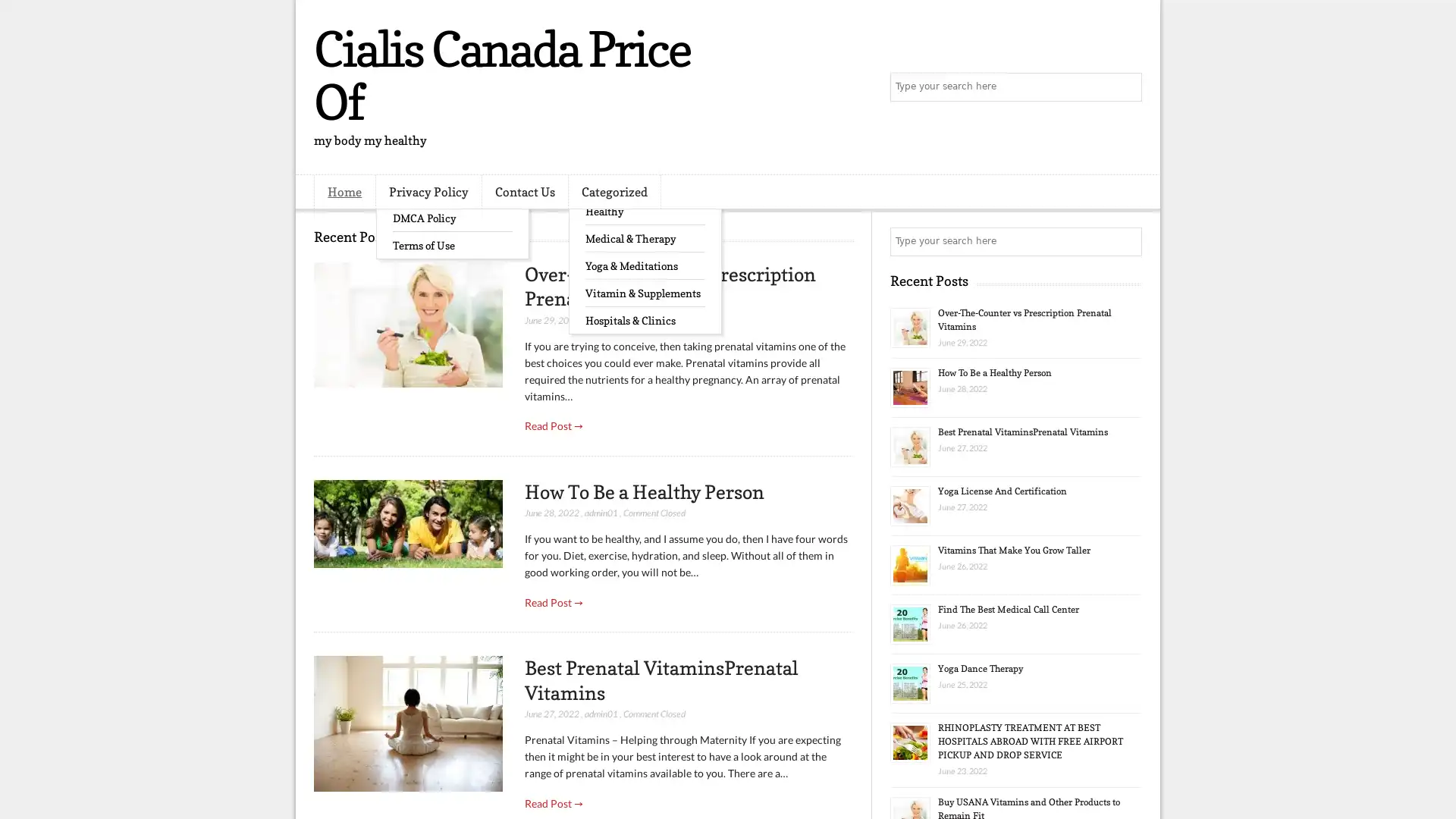  Describe the element at coordinates (1126, 87) in the screenshot. I see `Search` at that location.